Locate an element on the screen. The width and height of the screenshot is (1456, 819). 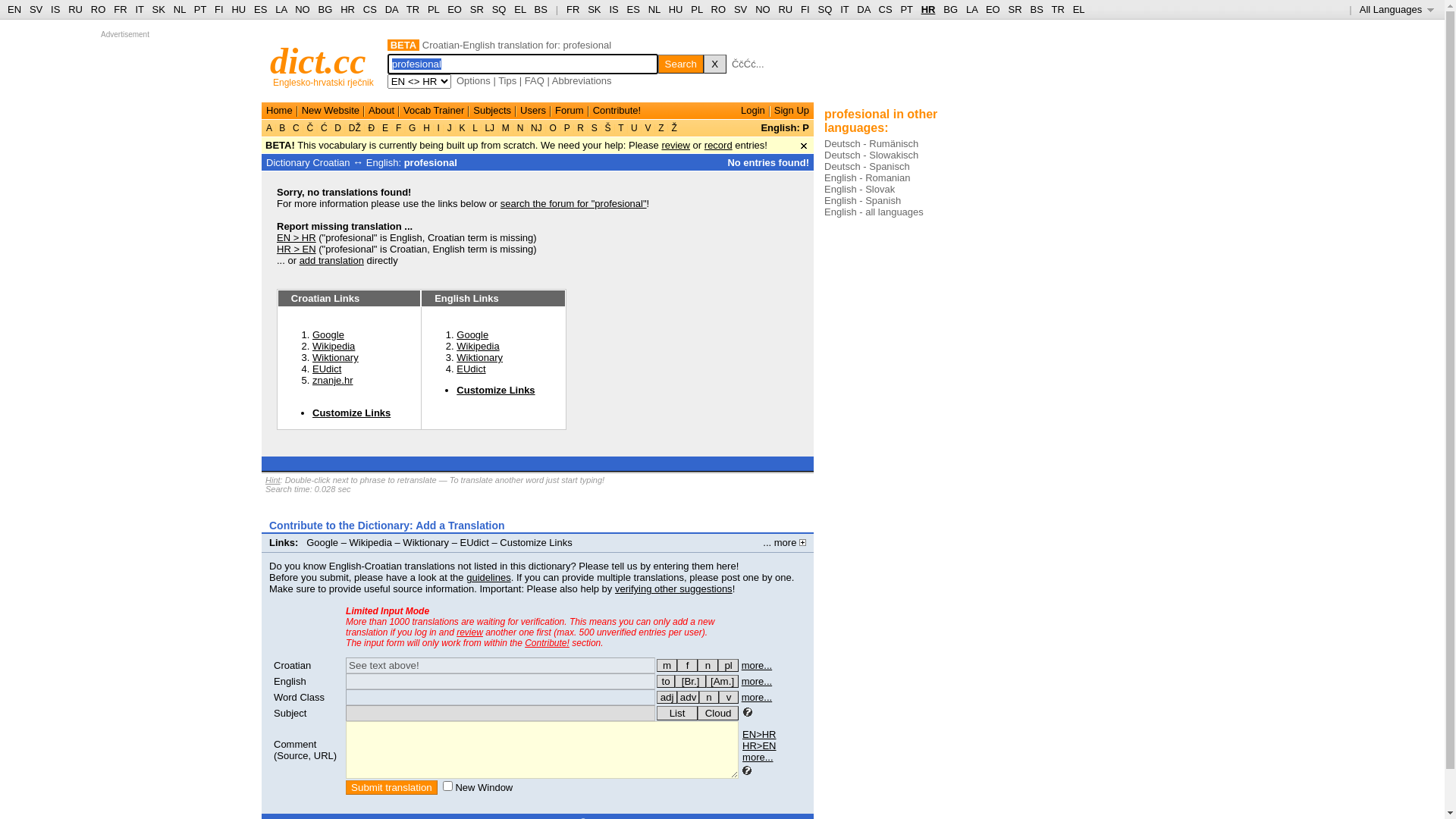
'BG' is located at coordinates (318, 9).